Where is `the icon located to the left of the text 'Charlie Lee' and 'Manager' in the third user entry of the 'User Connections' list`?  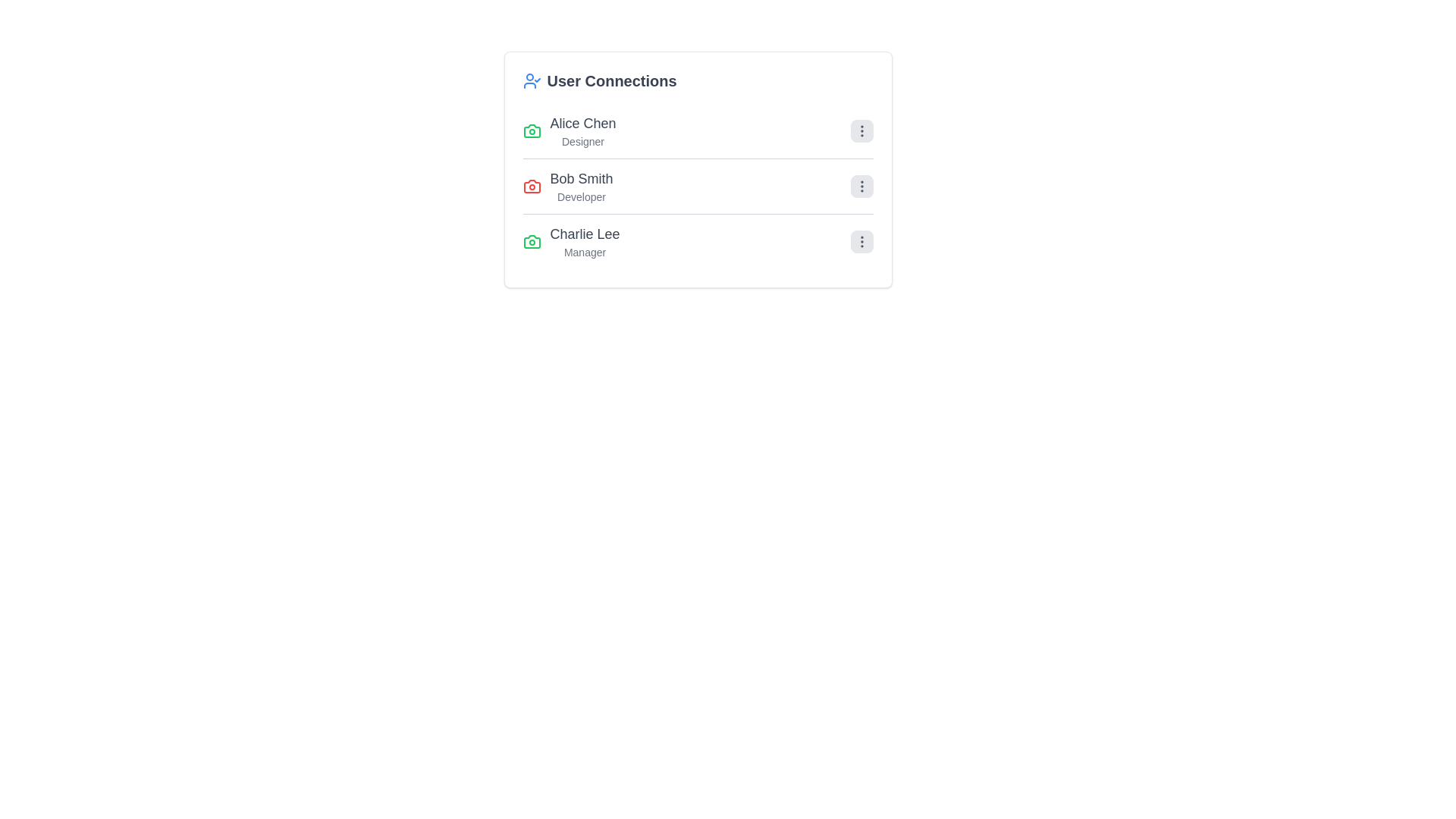
the icon located to the left of the text 'Charlie Lee' and 'Manager' in the third user entry of the 'User Connections' list is located at coordinates (532, 241).